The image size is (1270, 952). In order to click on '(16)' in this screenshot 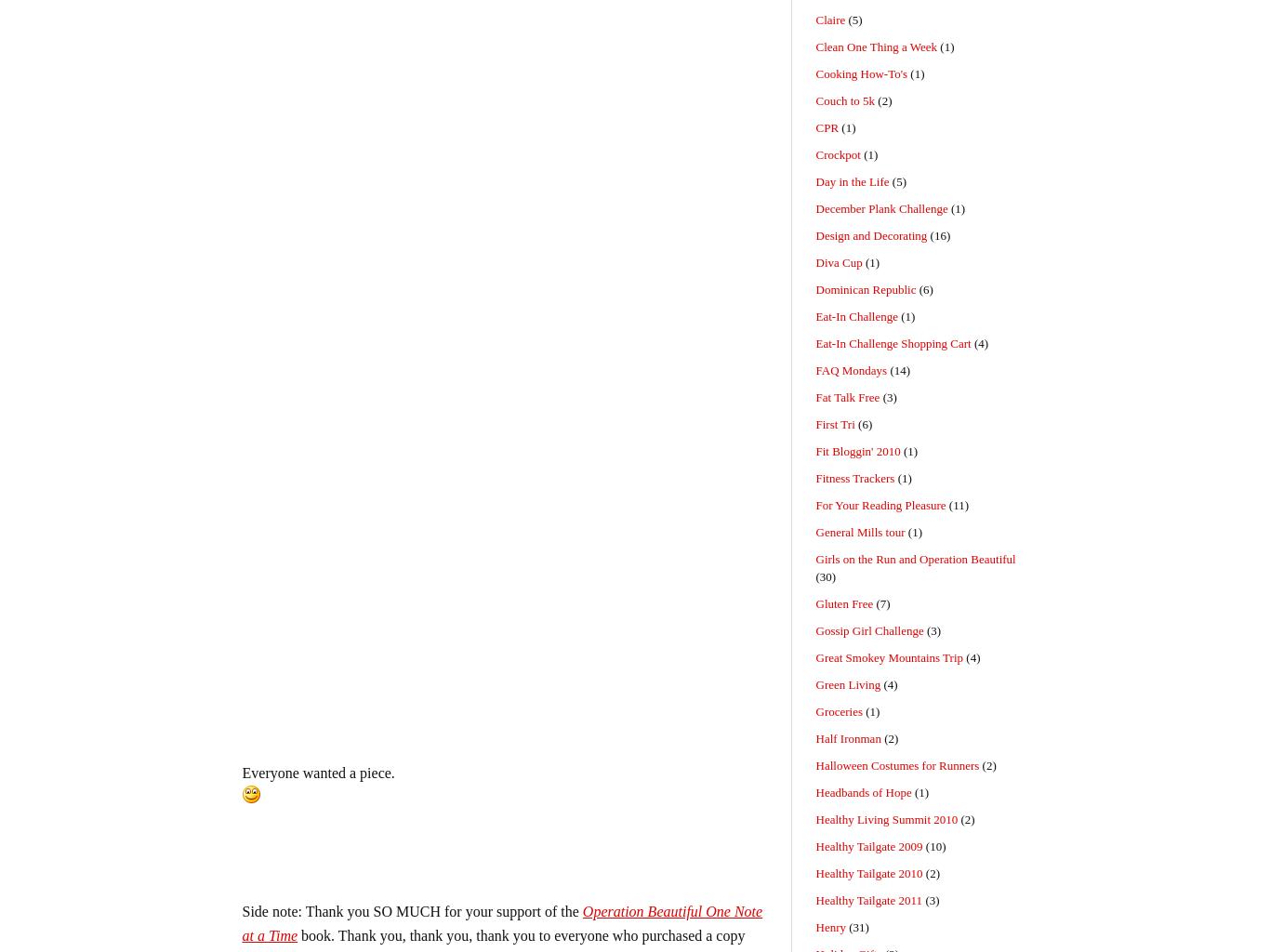, I will do `click(938, 234)`.